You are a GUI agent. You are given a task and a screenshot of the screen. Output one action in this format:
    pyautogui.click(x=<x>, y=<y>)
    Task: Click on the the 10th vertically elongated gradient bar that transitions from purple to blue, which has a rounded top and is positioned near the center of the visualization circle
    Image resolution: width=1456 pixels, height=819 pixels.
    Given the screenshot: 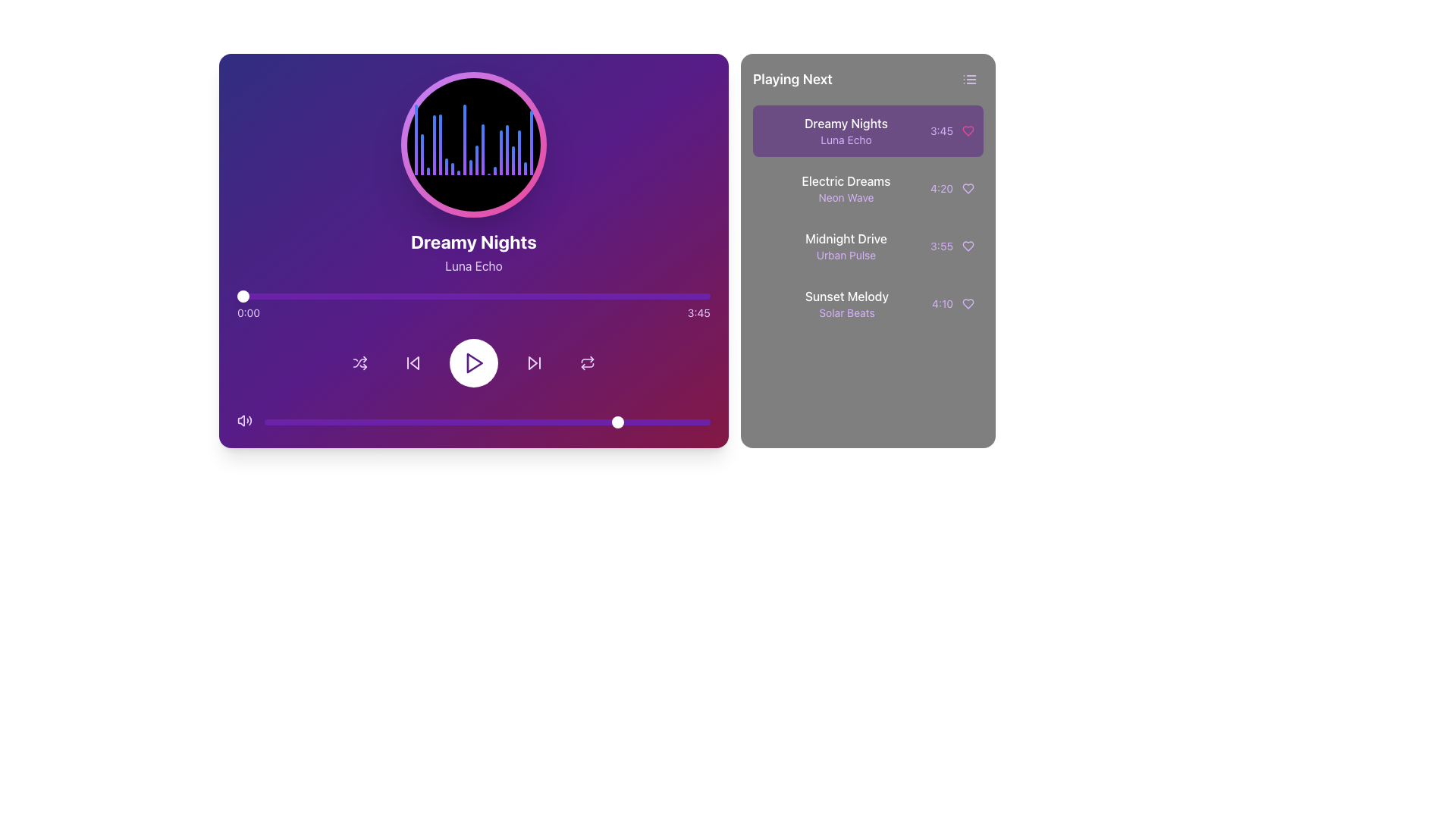 What is the action you would take?
    pyautogui.click(x=469, y=168)
    